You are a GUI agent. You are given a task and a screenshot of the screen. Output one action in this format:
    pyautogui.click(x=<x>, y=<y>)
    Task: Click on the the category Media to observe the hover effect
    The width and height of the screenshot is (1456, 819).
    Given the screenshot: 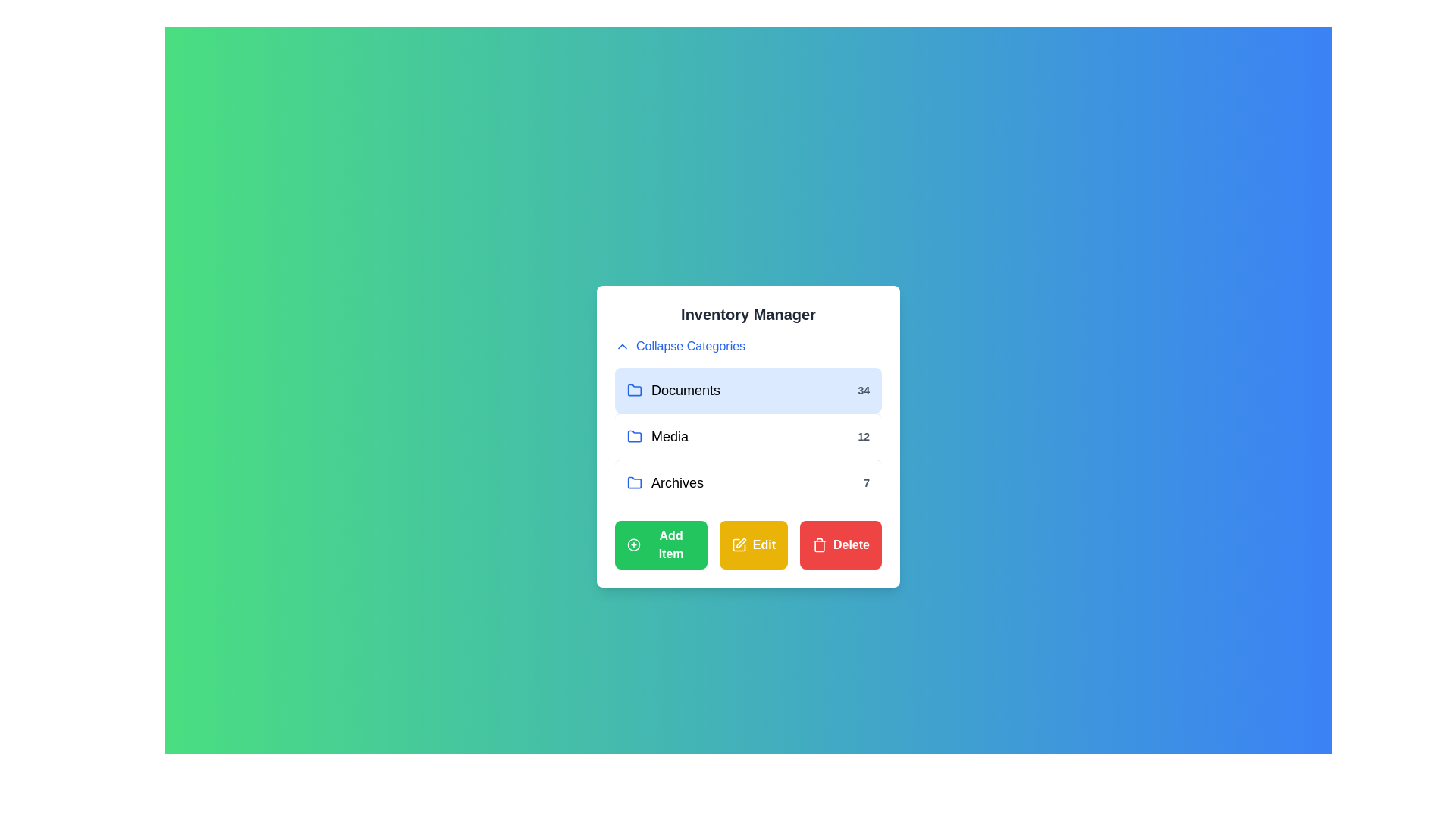 What is the action you would take?
    pyautogui.click(x=748, y=435)
    